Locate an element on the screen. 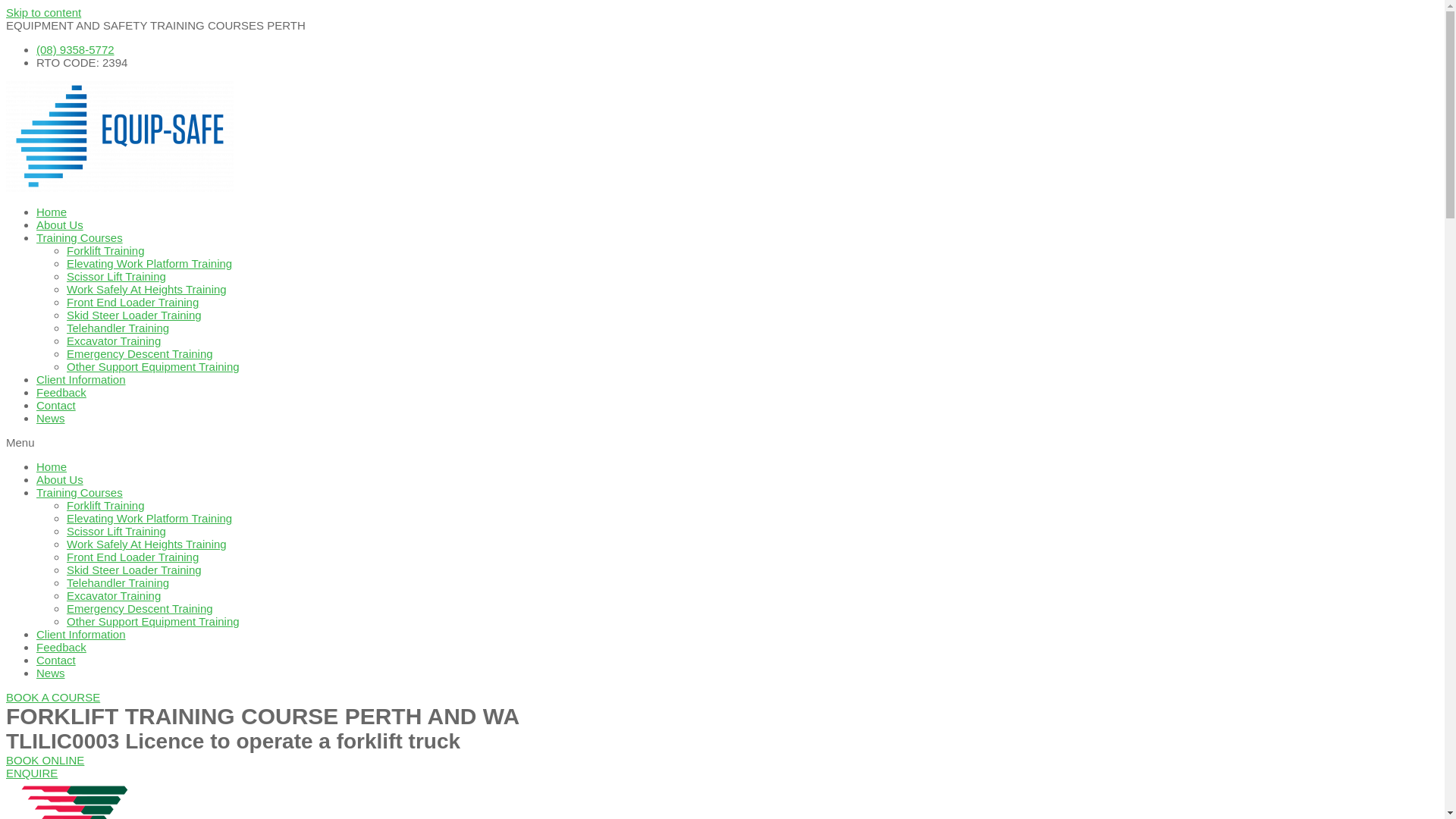  'BOOK A COURSE' is located at coordinates (6, 697).